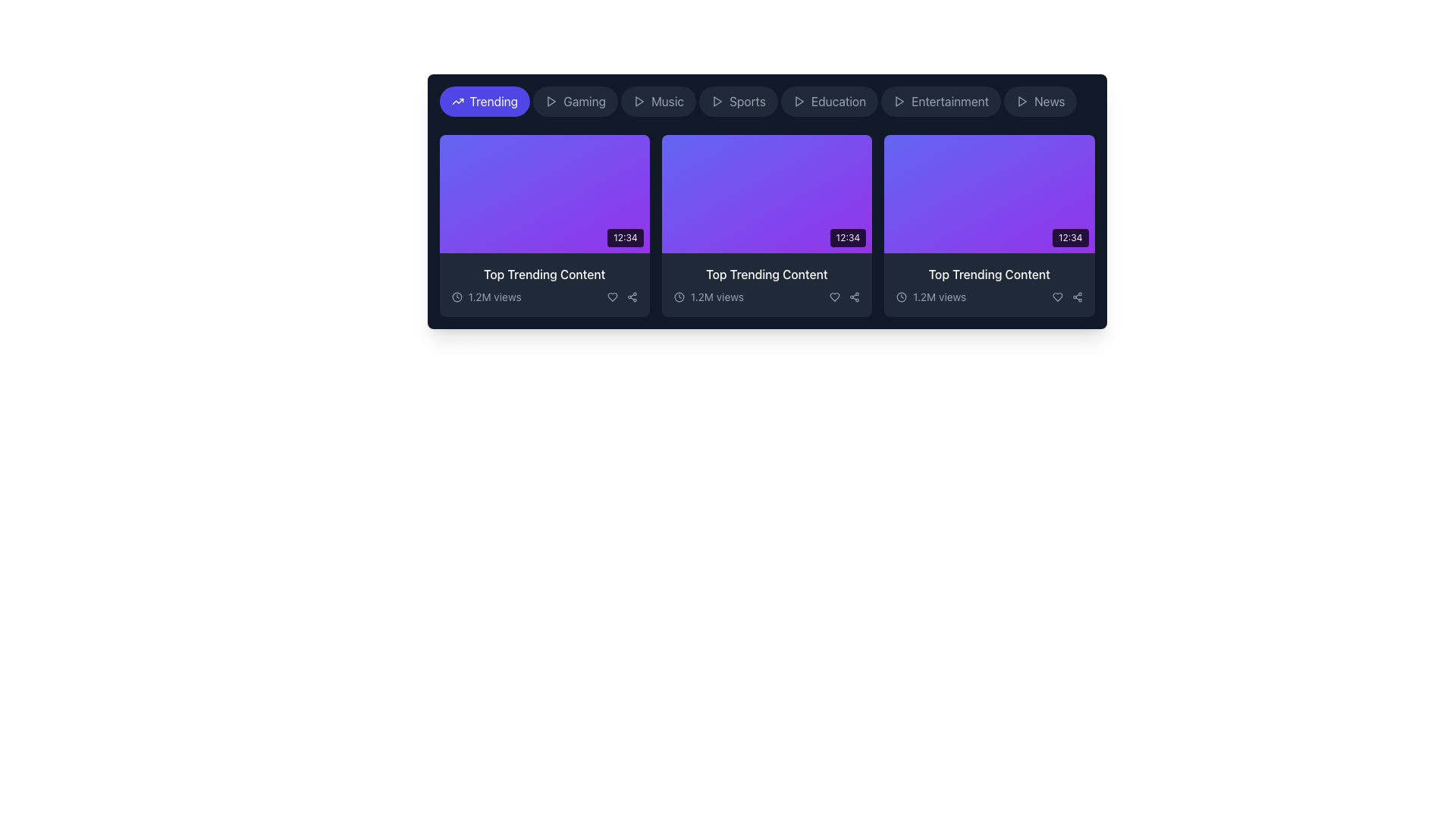 Image resolution: width=1456 pixels, height=819 pixels. I want to click on the 'News' button, which is a circular button with a dark gray background and lighter gray text, located at the top-right corner of the interface, so click(1040, 102).